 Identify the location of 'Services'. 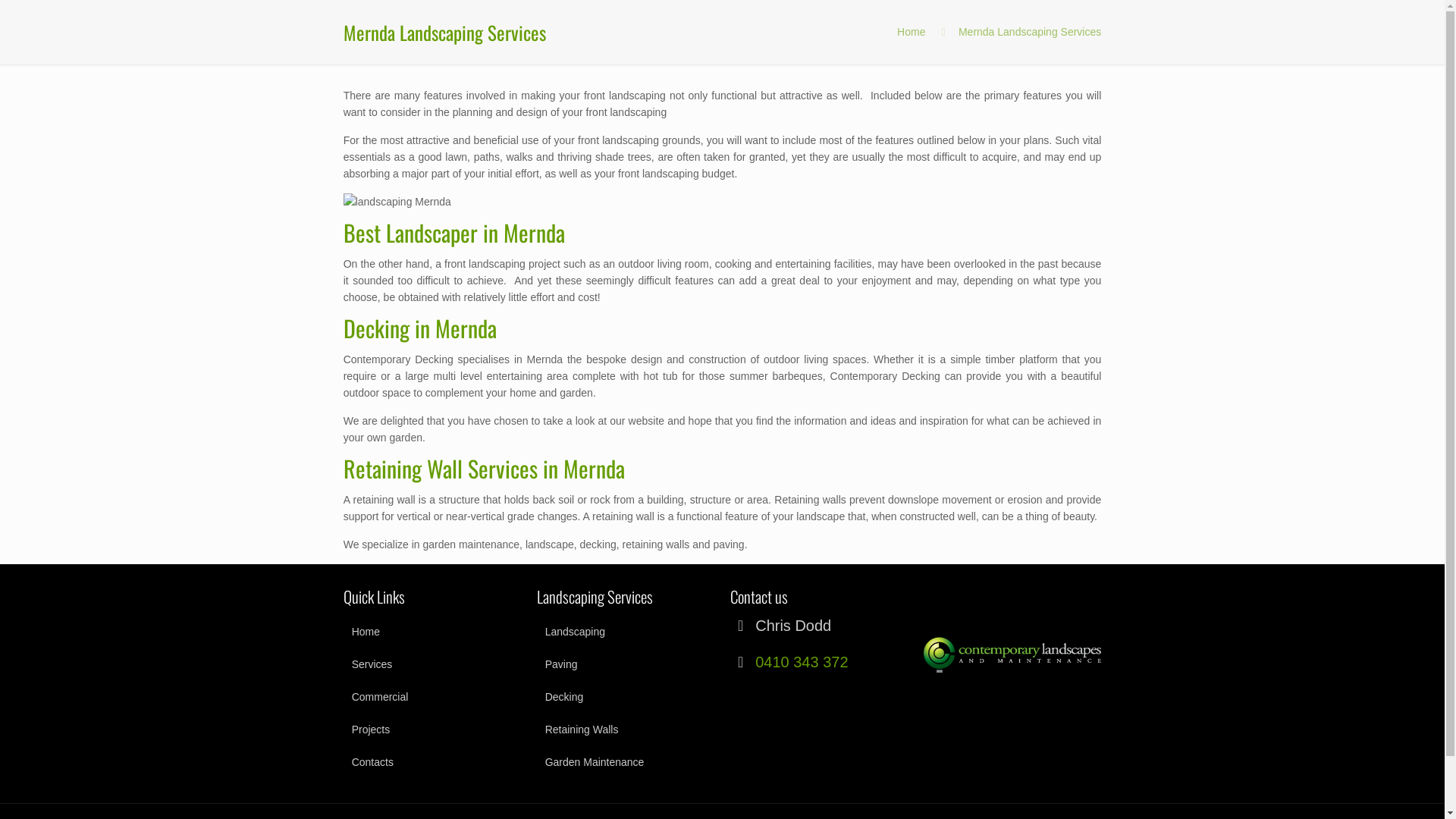
(431, 663).